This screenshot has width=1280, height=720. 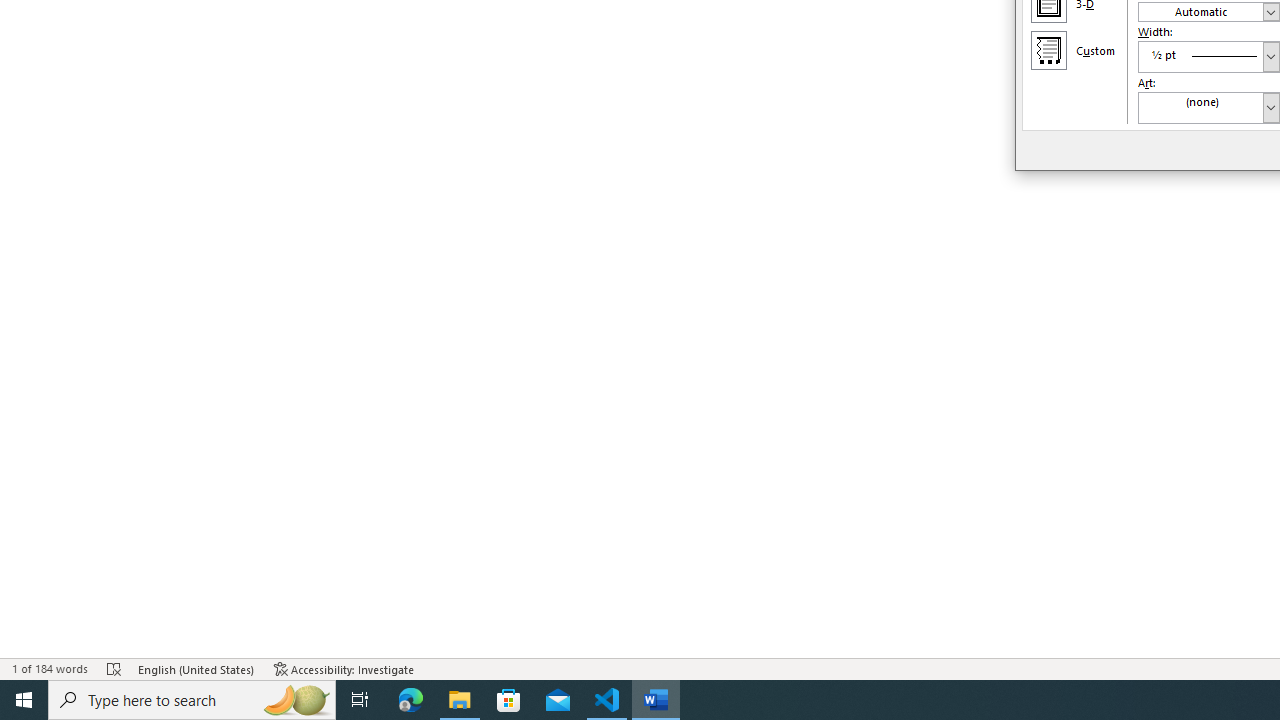 I want to click on 'Word Count 1 of 184 words', so click(x=49, y=669).